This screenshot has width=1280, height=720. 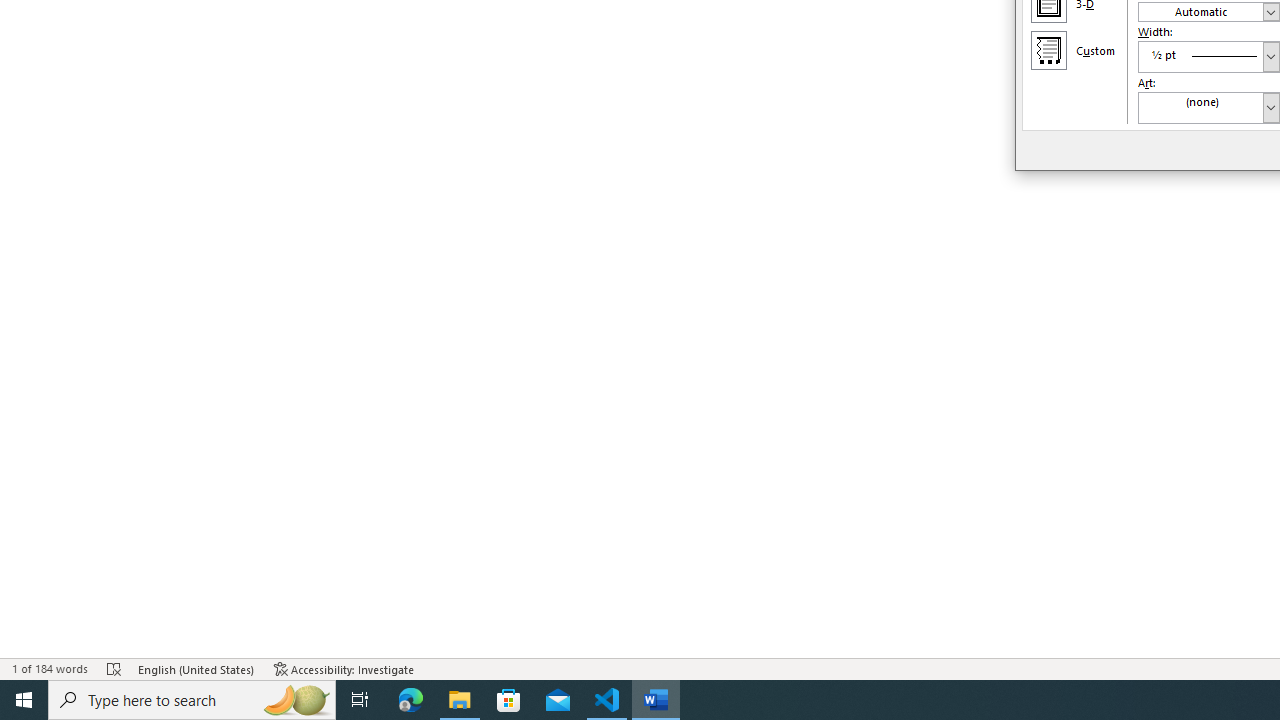 I want to click on 'Word Count 1 of 184 words', so click(x=49, y=669).